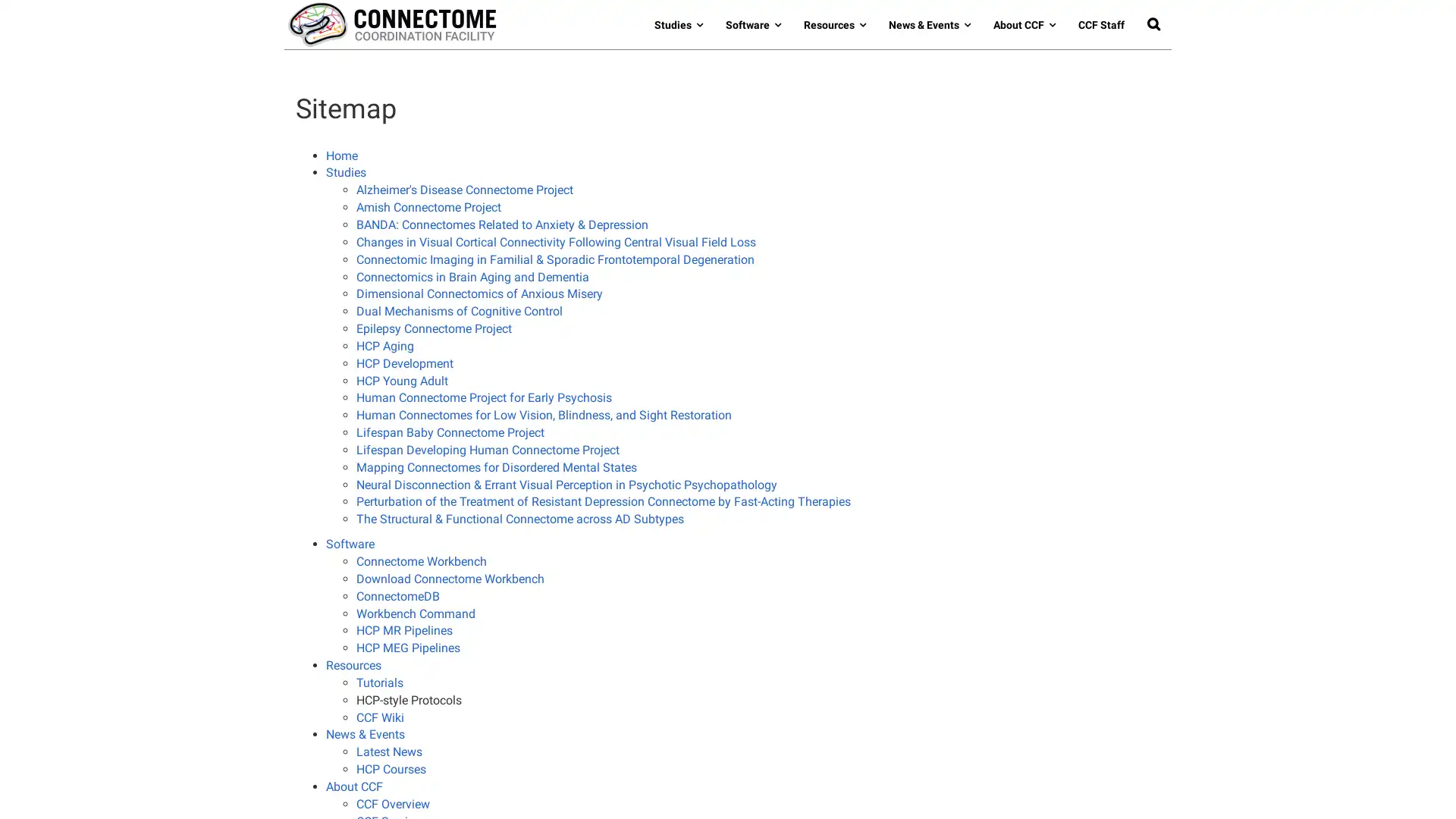  What do you see at coordinates (753, 29) in the screenshot?
I see `Software` at bounding box center [753, 29].